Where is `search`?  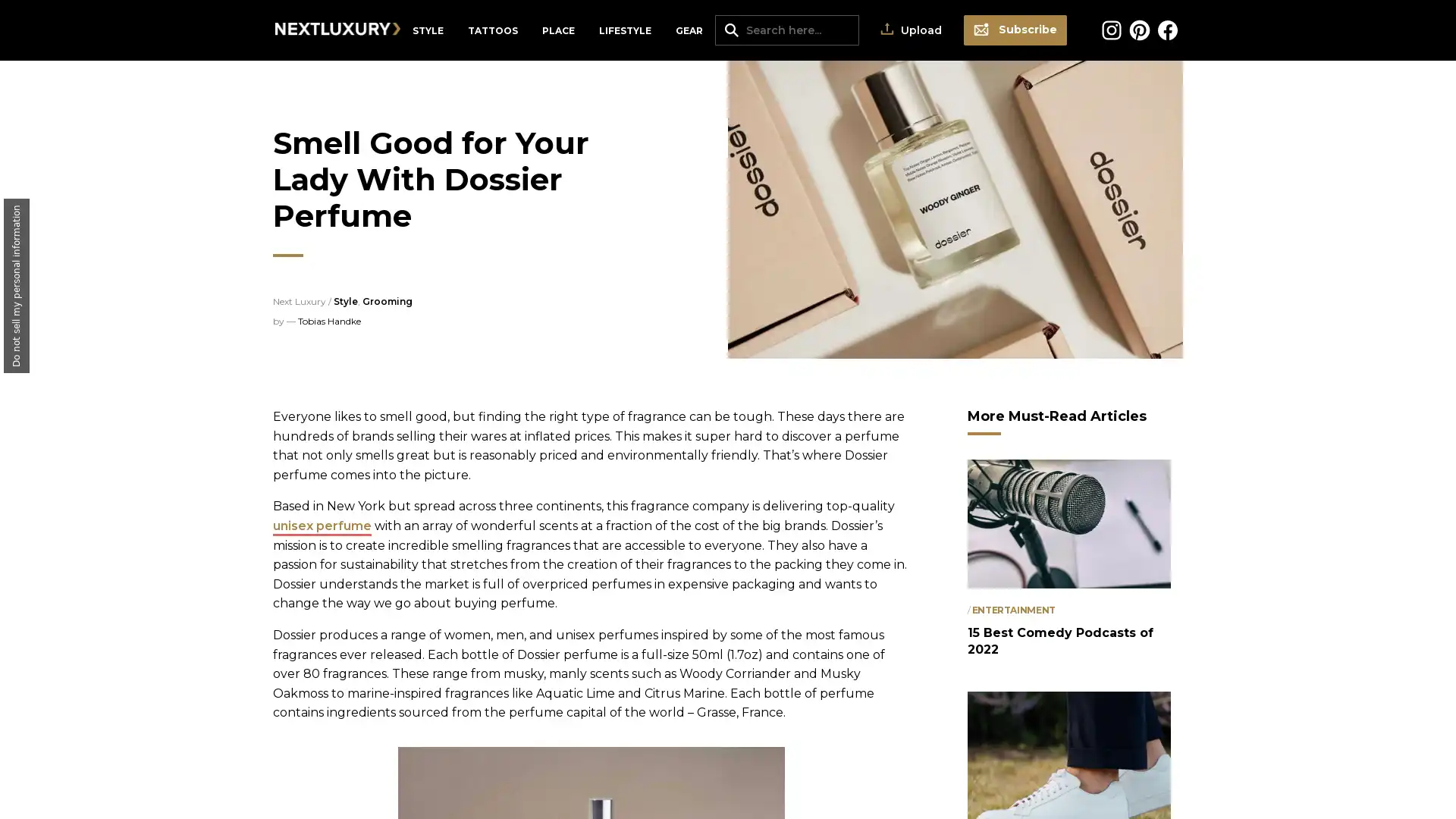
search is located at coordinates (731, 29).